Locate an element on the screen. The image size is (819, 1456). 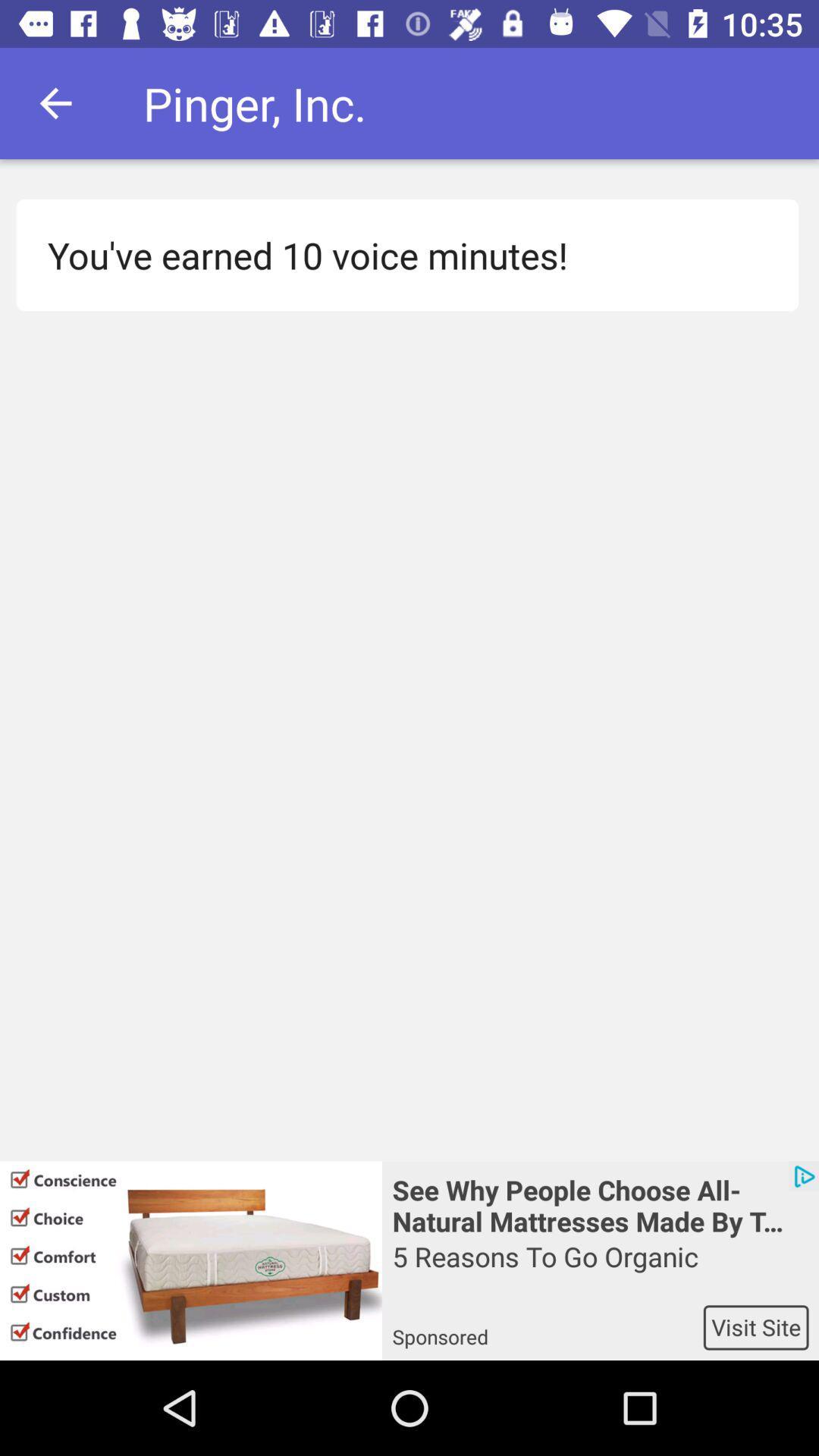
the icon above the you ve earned icon is located at coordinates (55, 102).